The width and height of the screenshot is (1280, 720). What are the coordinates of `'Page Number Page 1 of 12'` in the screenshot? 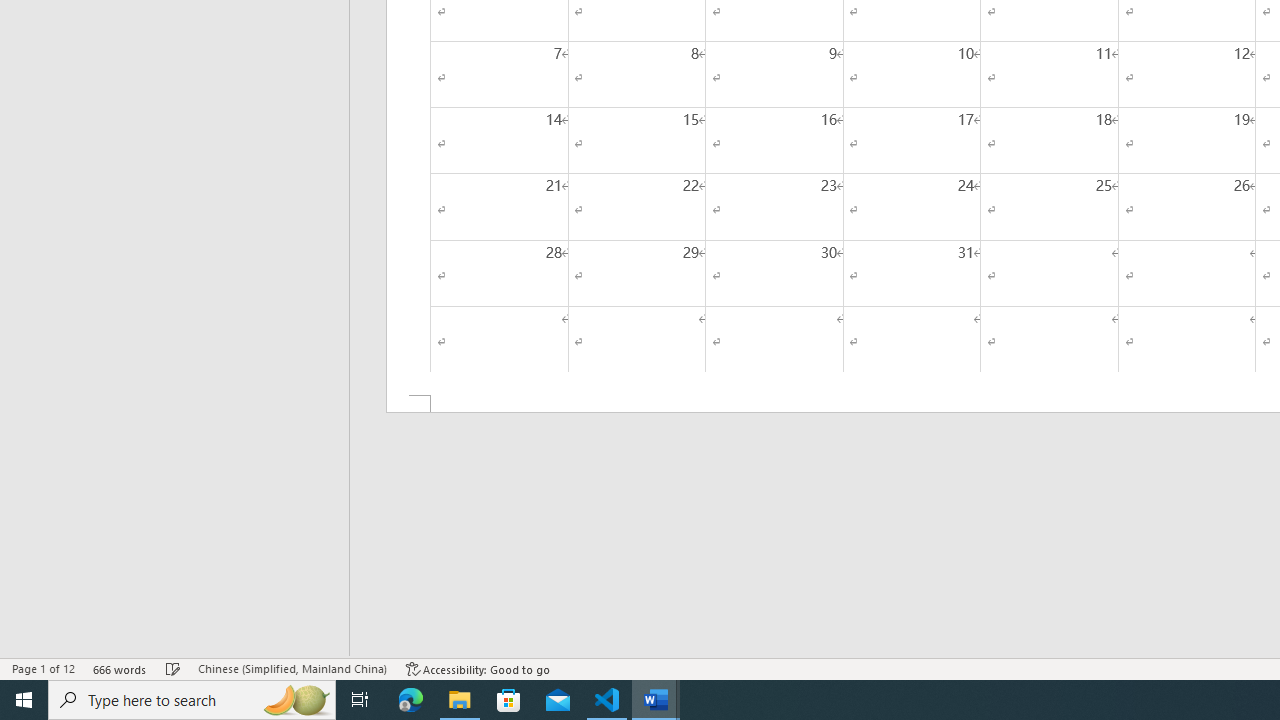 It's located at (43, 669).